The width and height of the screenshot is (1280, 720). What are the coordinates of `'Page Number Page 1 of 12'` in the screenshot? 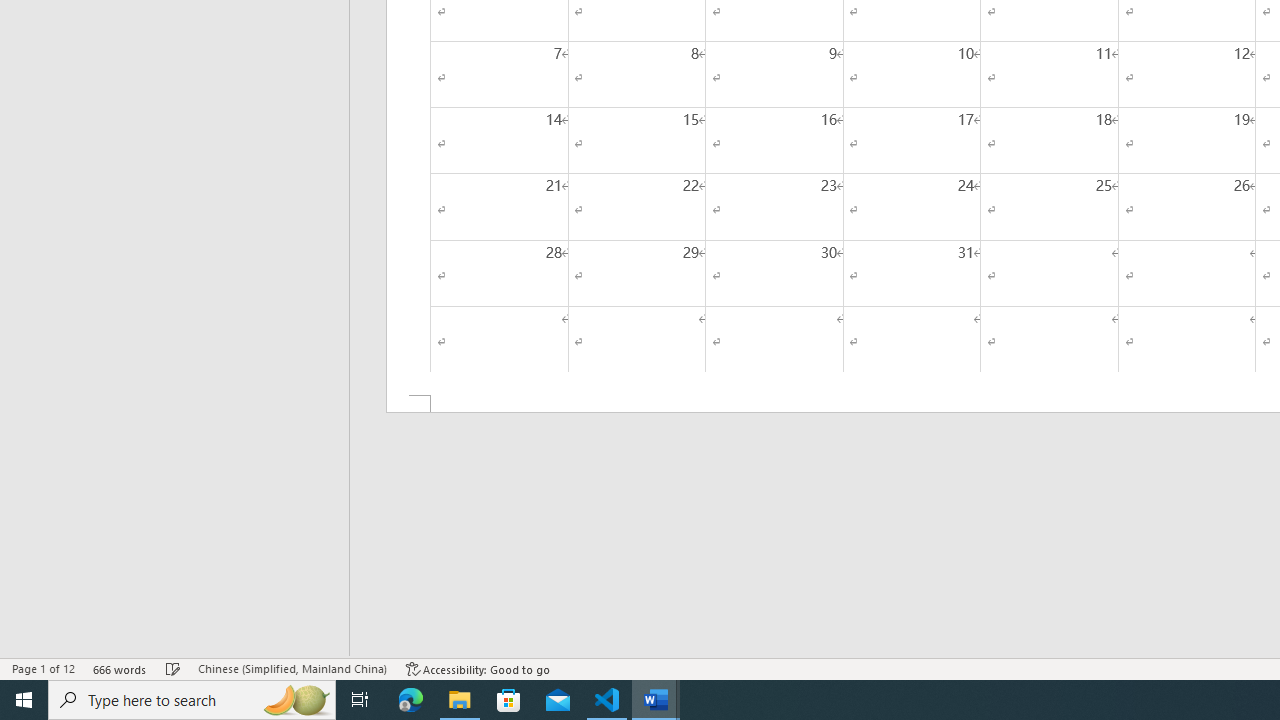 It's located at (43, 669).